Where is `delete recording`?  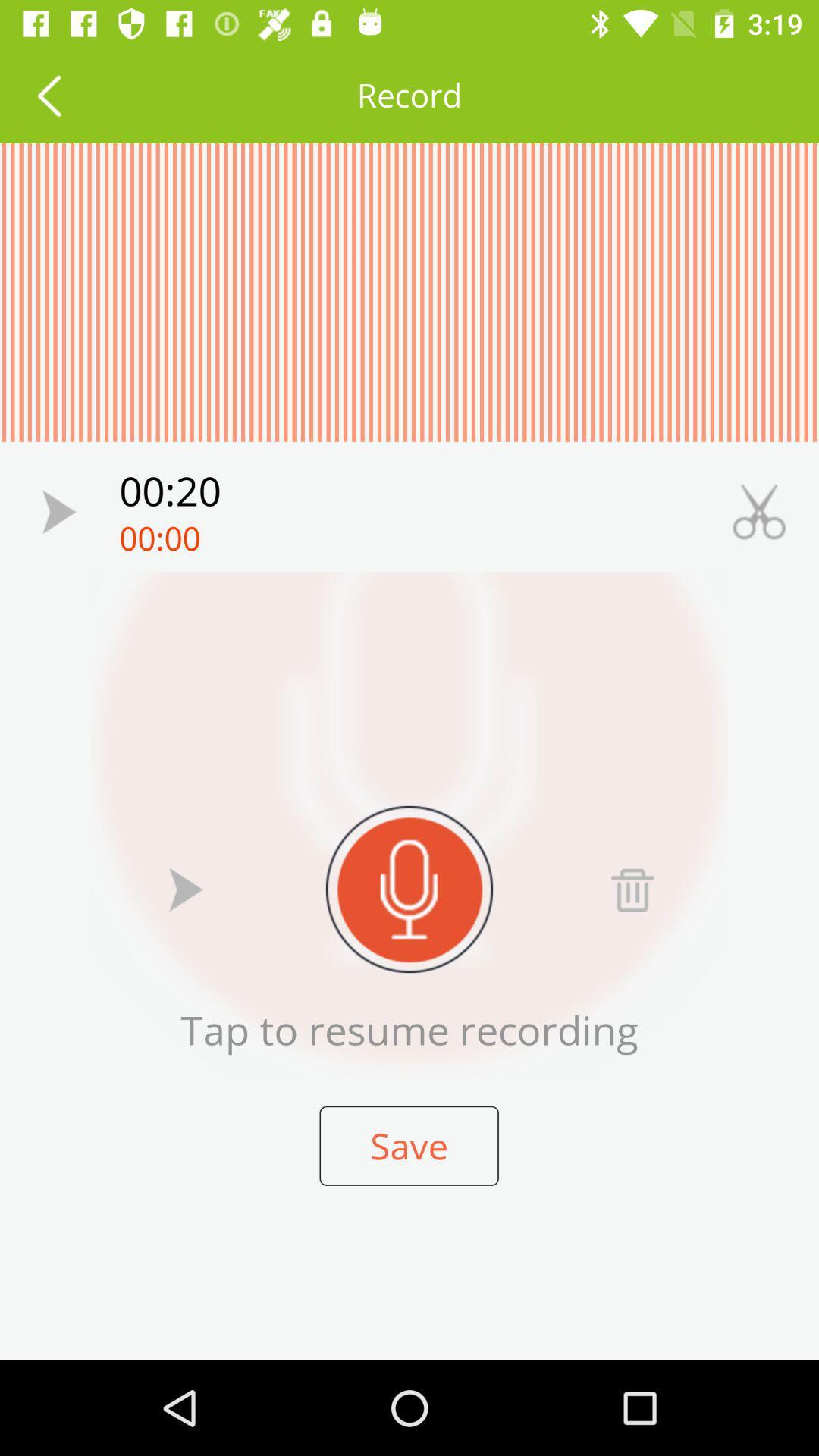
delete recording is located at coordinates (632, 889).